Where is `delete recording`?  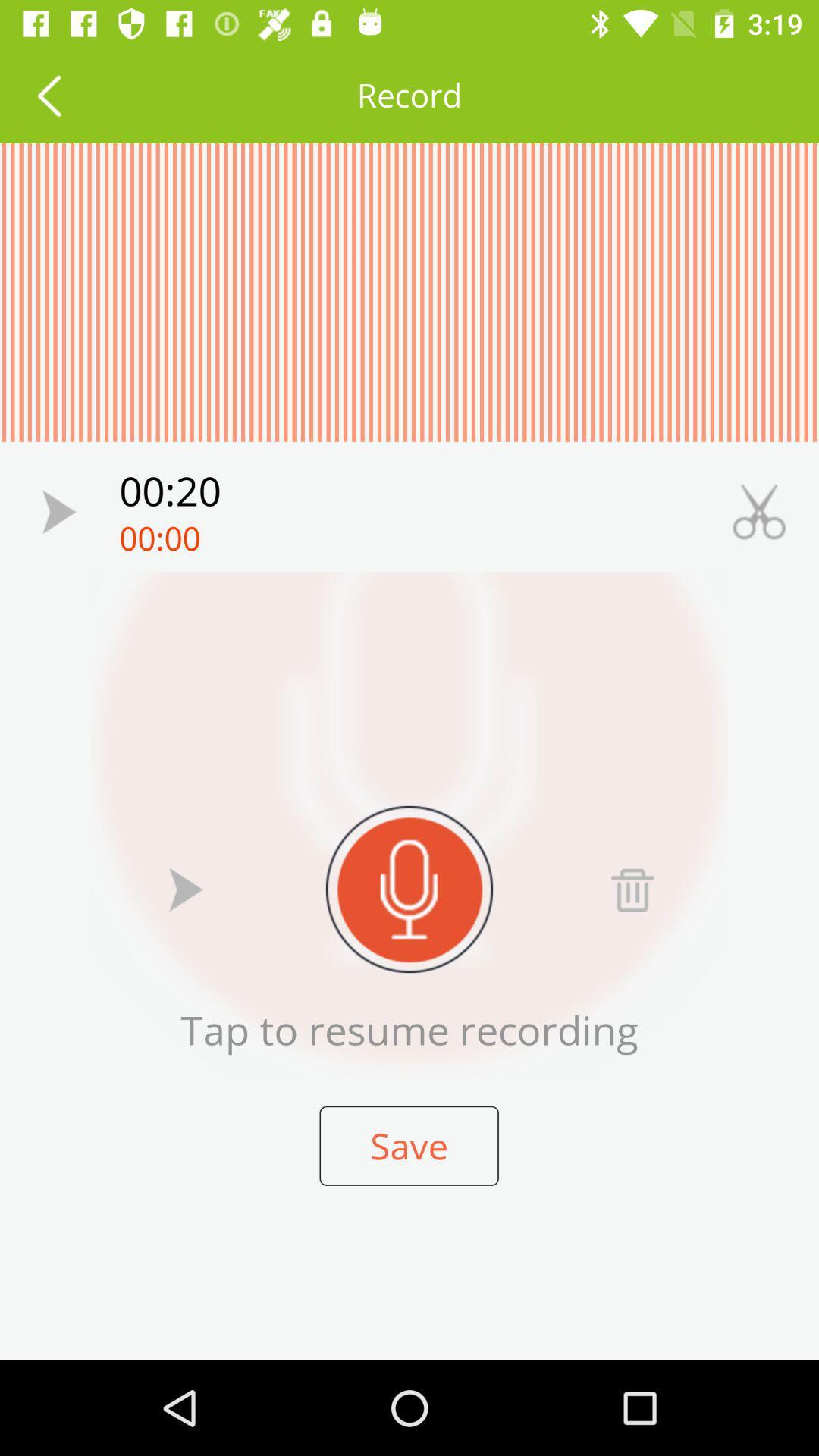
delete recording is located at coordinates (632, 889).